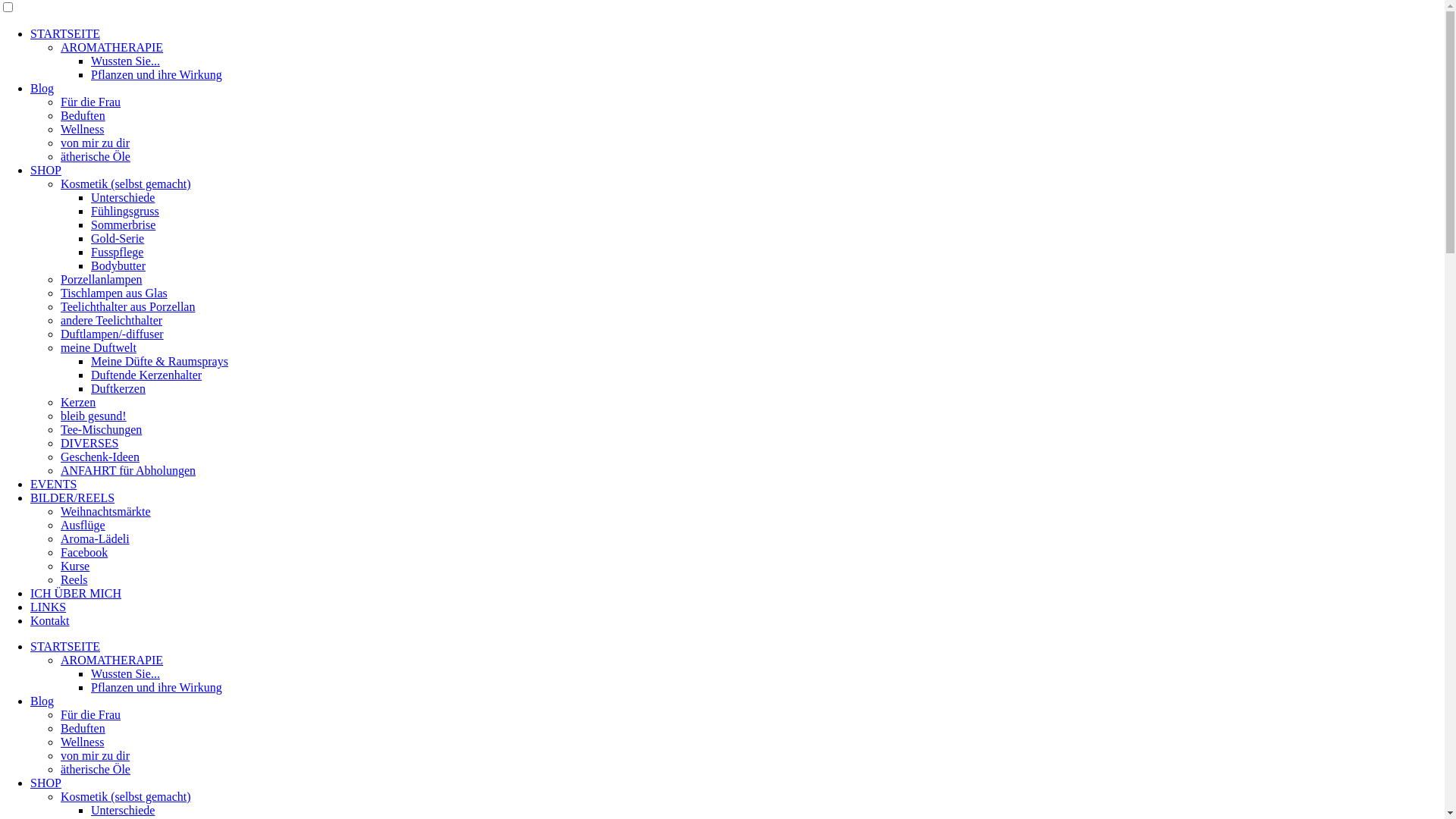 The height and width of the screenshot is (819, 1456). I want to click on 'Kosmetik (selbst gemacht)', so click(126, 795).